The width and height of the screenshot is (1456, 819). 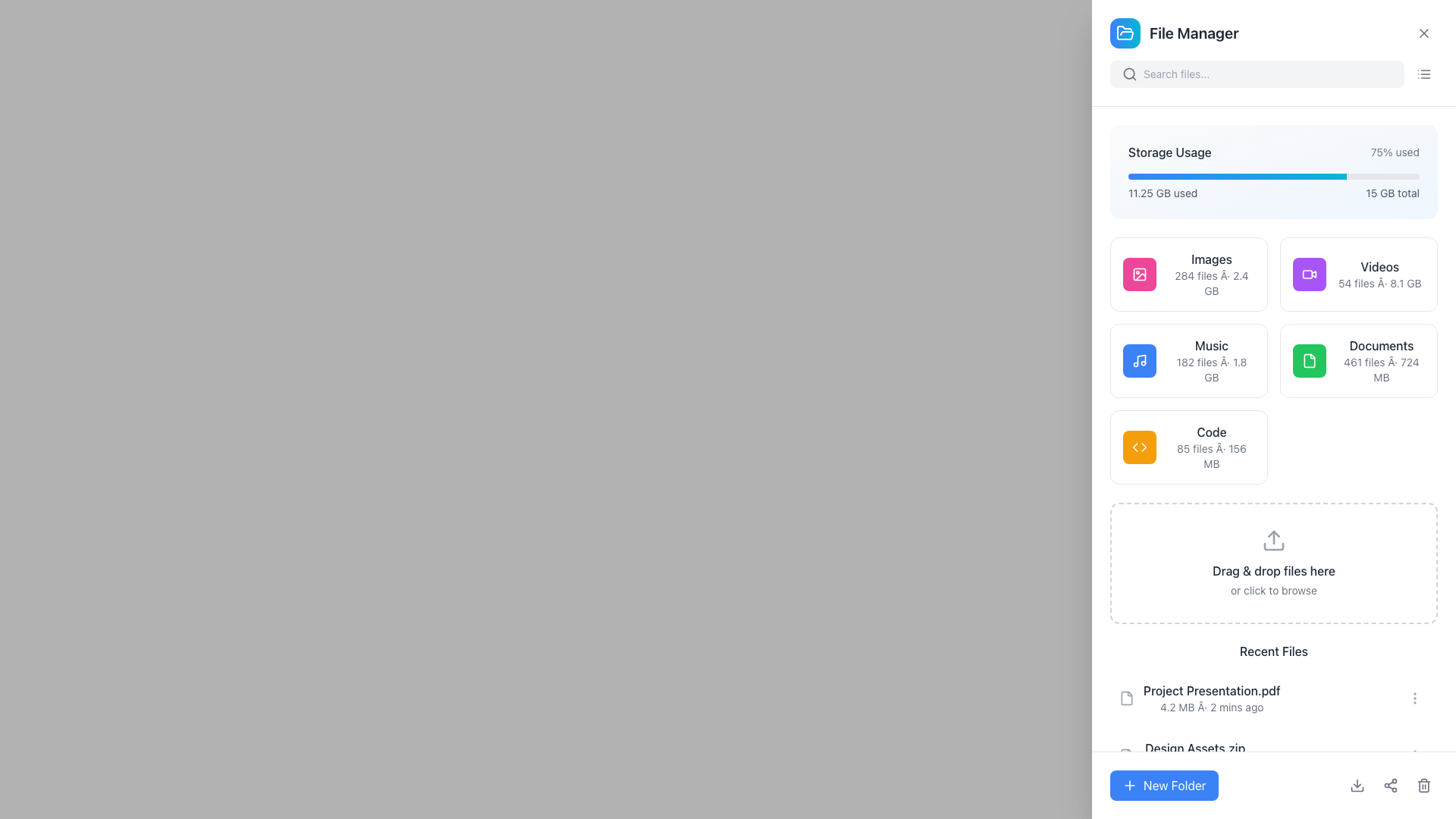 I want to click on the sharing button, which is the second icon from the left in a horizontal row at the bottom-right corner of the application, so click(x=1390, y=785).